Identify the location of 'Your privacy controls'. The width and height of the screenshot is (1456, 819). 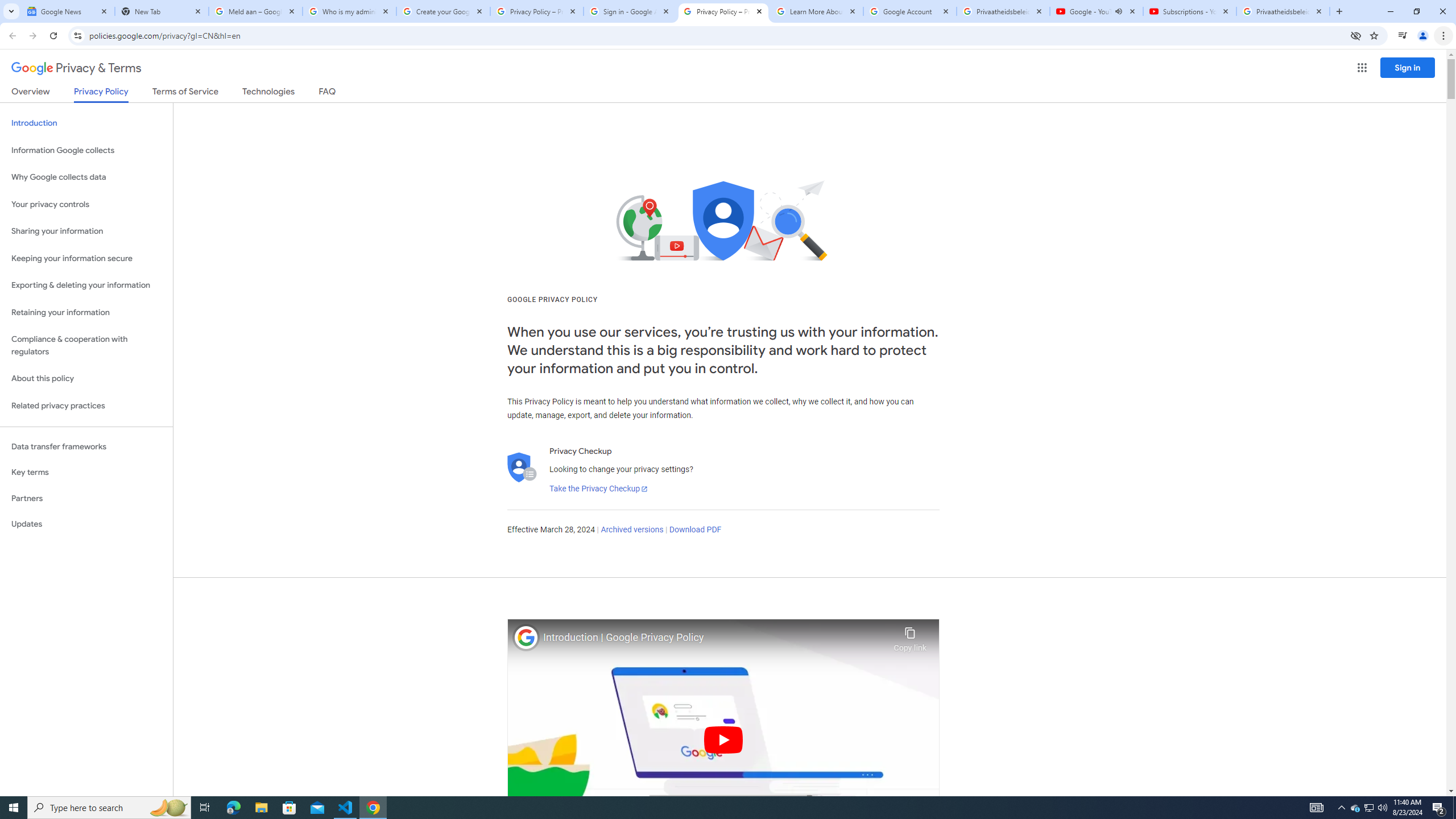
(86, 205).